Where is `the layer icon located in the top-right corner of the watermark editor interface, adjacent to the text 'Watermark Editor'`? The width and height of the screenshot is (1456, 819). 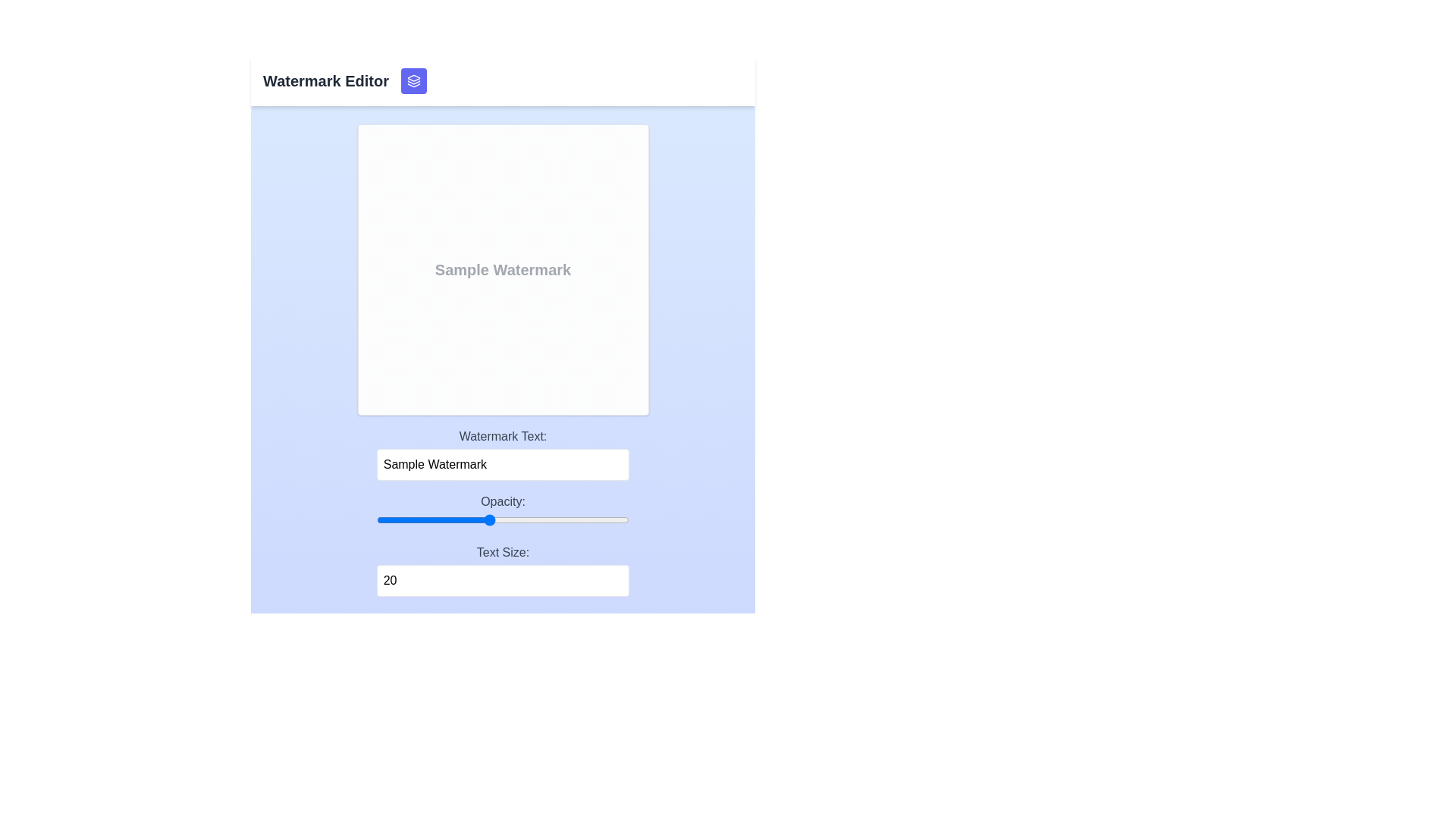 the layer icon located in the top-right corner of the watermark editor interface, adjacent to the text 'Watermark Editor' is located at coordinates (414, 81).